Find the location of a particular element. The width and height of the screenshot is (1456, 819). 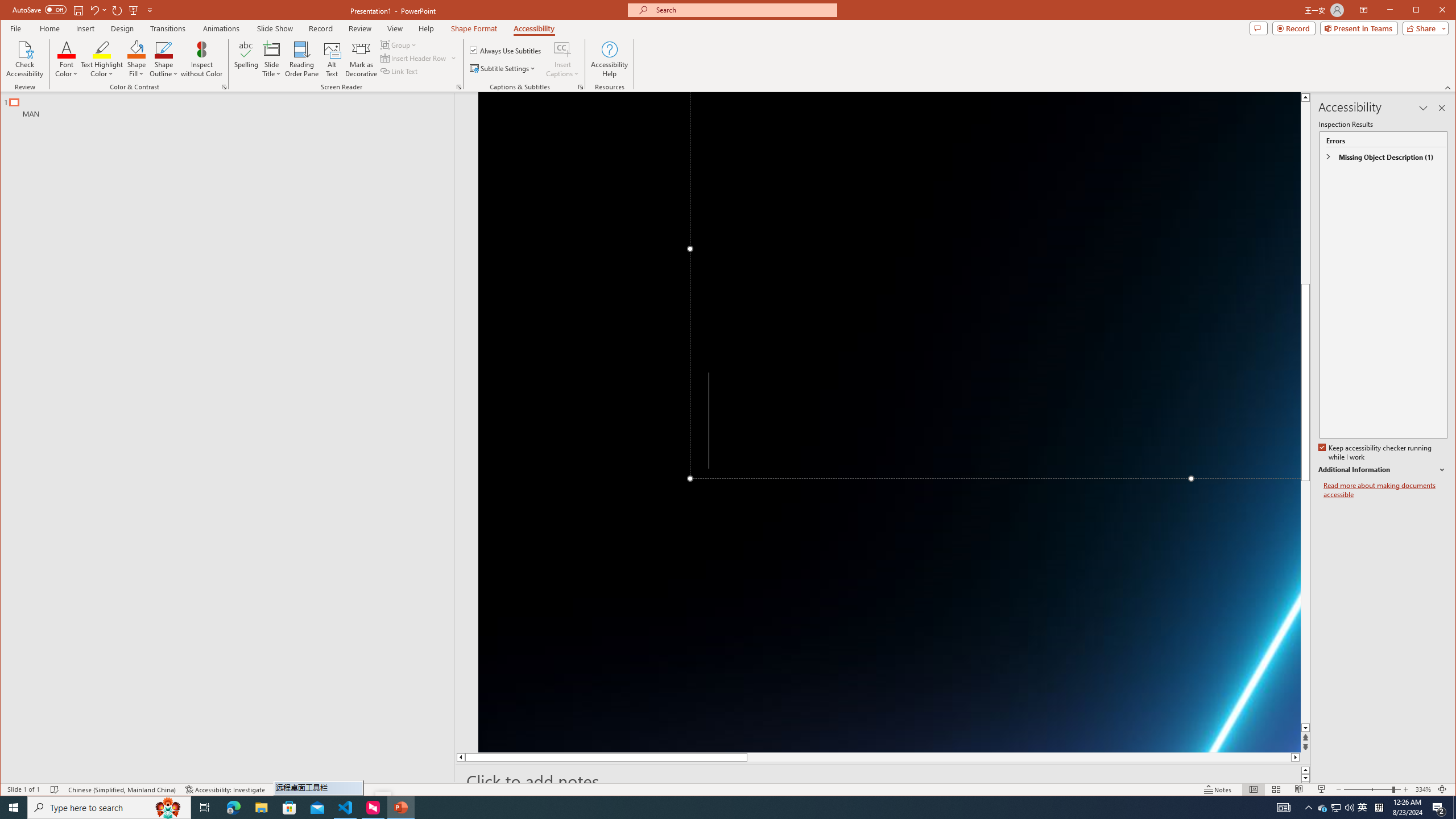

'Slide Title' is located at coordinates (271, 59).